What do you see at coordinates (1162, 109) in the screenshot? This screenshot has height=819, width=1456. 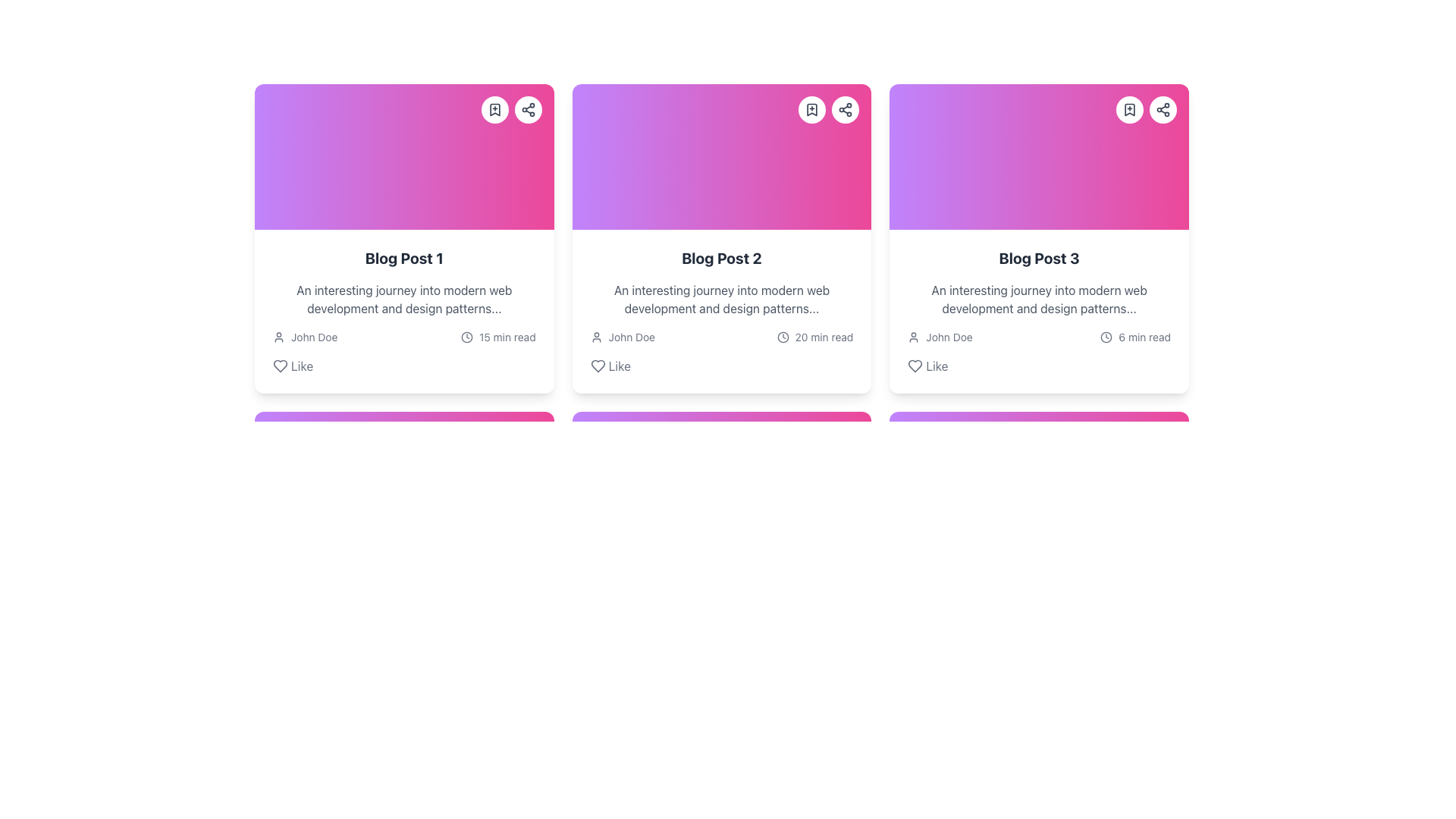 I see `the share icon located at the top-right corner of the third card` at bounding box center [1162, 109].